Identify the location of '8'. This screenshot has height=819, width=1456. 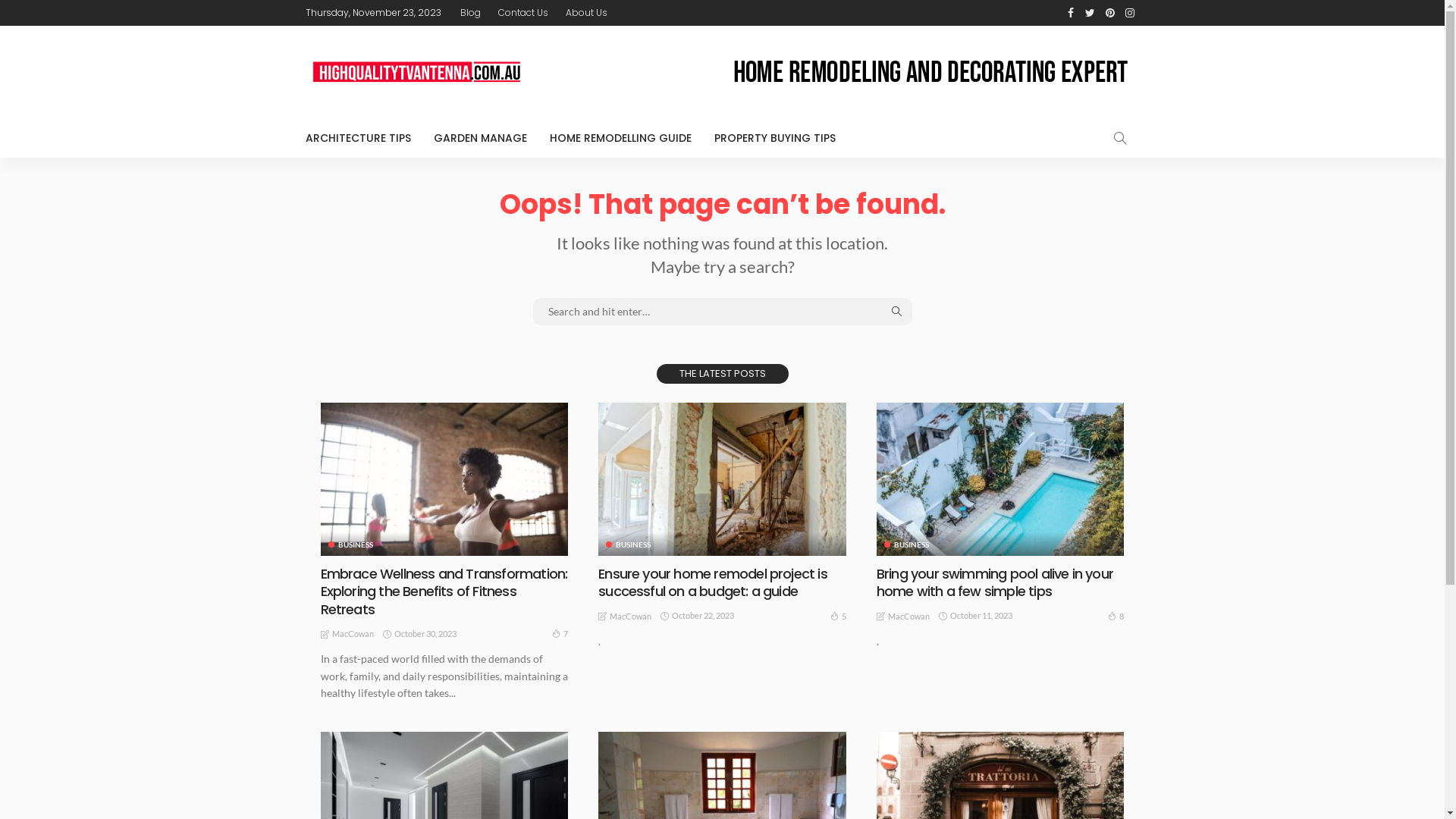
(1116, 616).